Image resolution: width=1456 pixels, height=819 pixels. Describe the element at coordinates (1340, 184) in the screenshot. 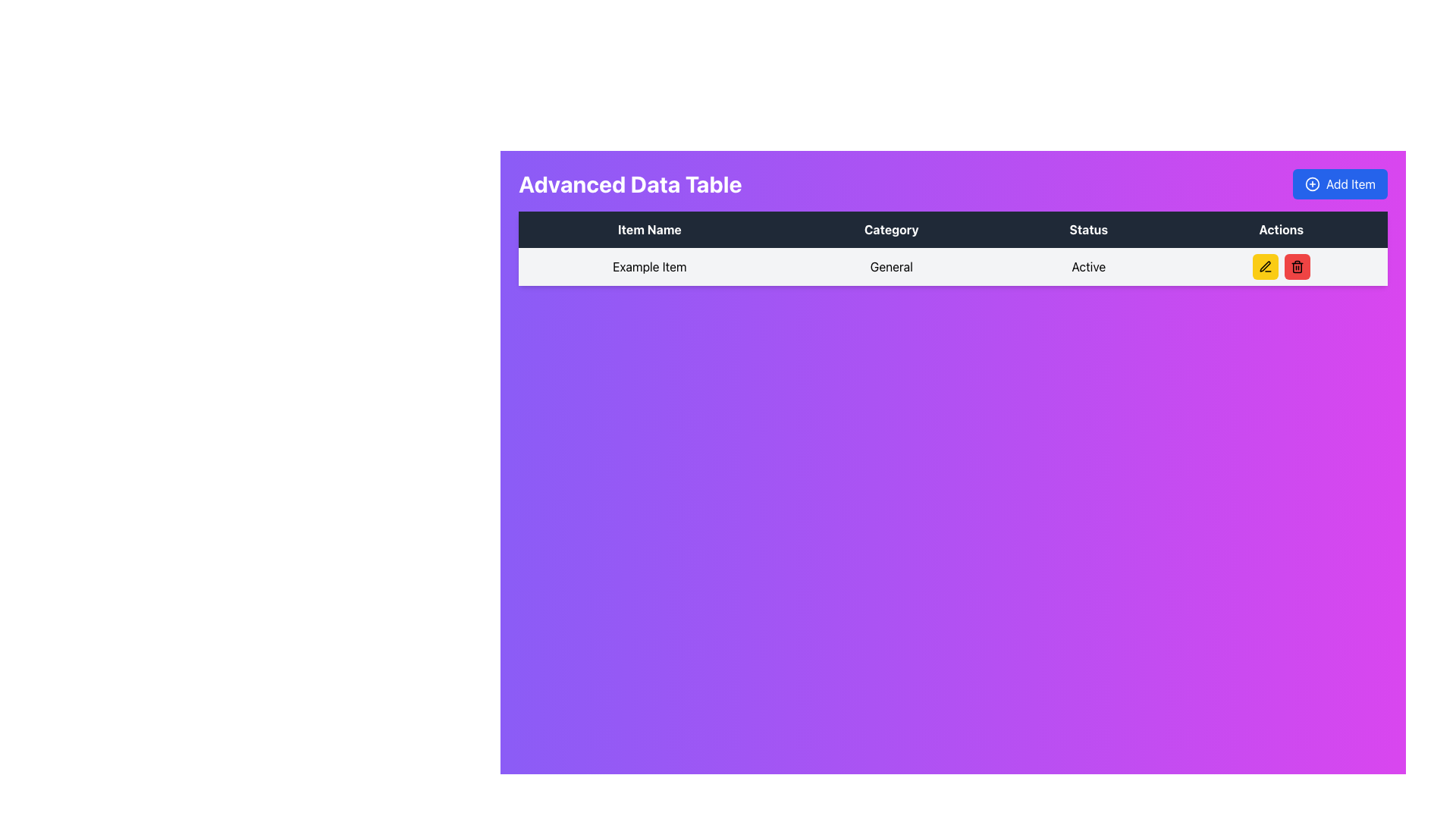

I see `the 'Add Item' button, which is a vibrant blue rectangular button with white text and a plus sign icon, located in the top-right corner of the interface adjacent to the 'Advanced Data Table' title` at that location.